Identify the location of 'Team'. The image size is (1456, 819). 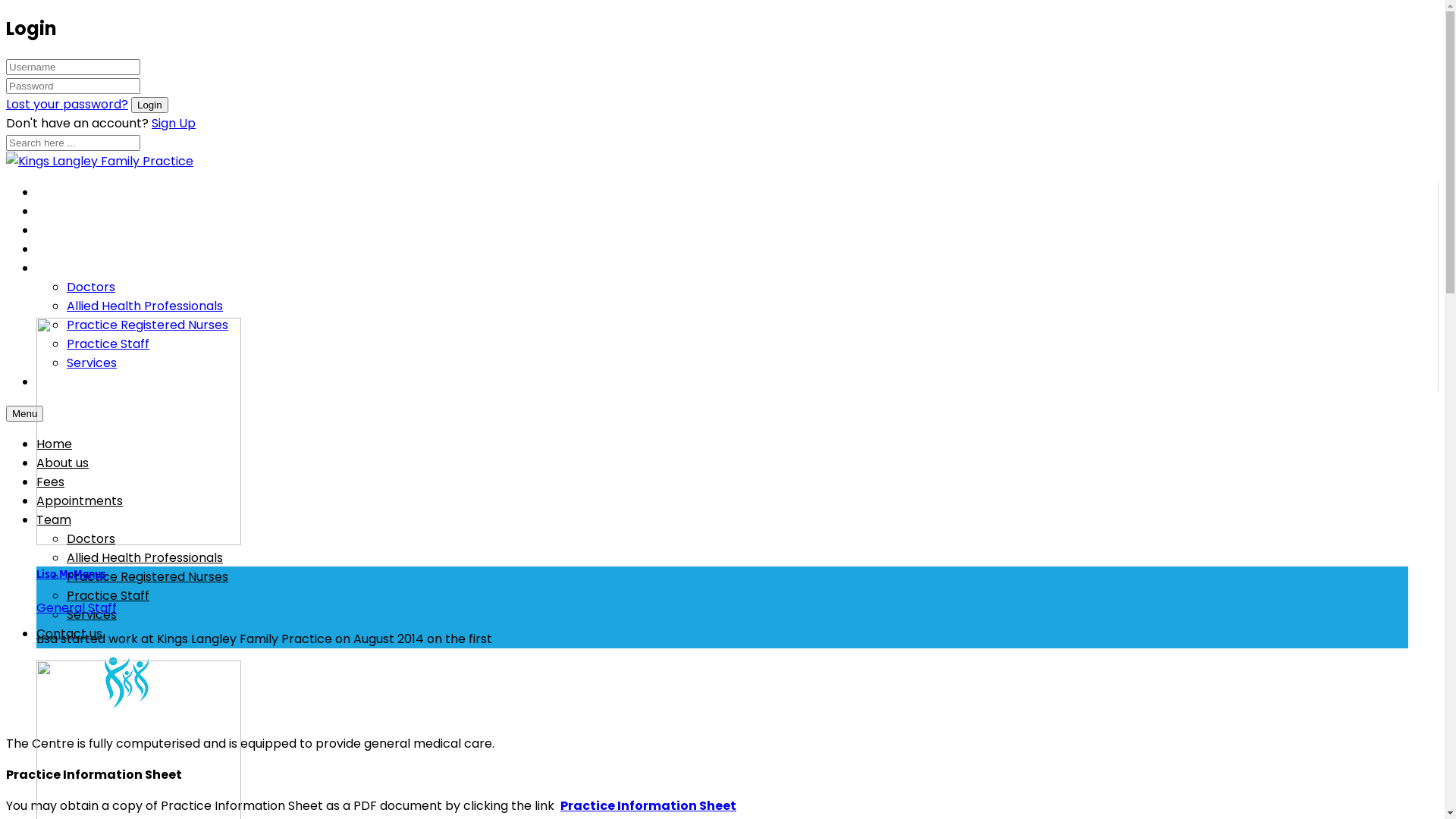
(54, 519).